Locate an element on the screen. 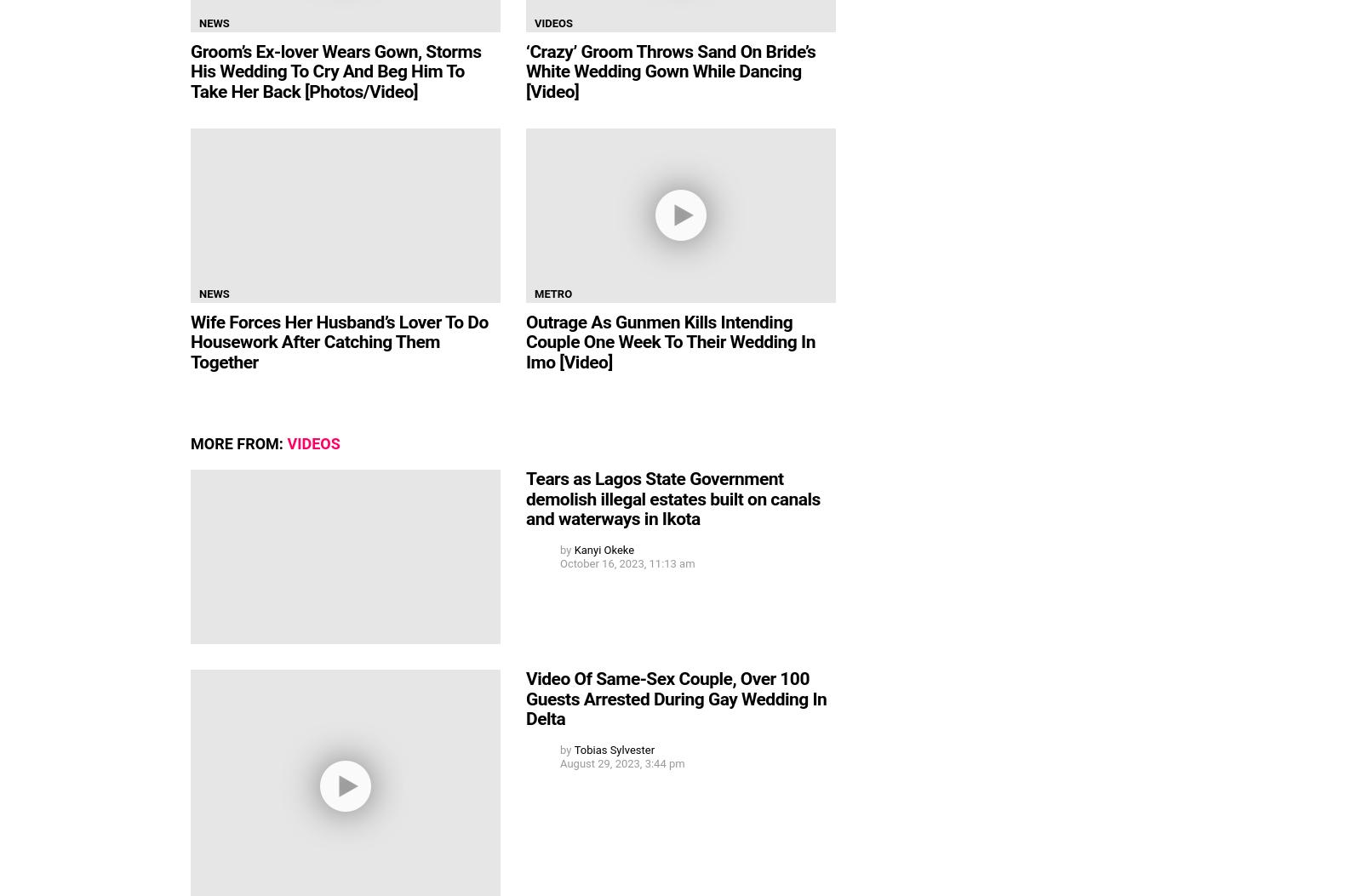  'Tobias Sylvester' is located at coordinates (614, 749).